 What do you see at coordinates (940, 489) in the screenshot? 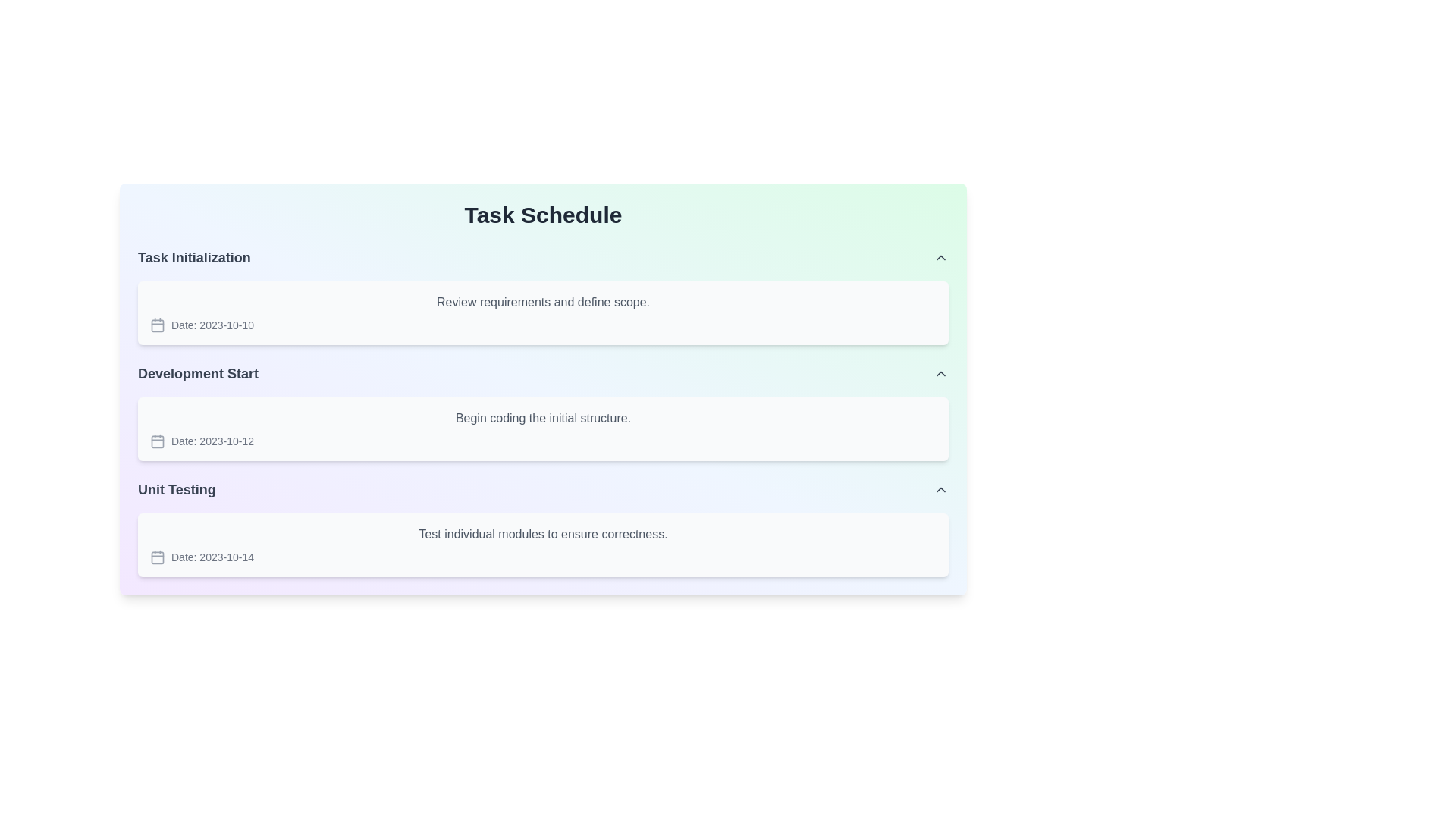
I see `the upward-facing chevron icon styled in gray, located in the upper-right corner of the 'Unit Testing' section header, to trigger interactive effects` at bounding box center [940, 489].